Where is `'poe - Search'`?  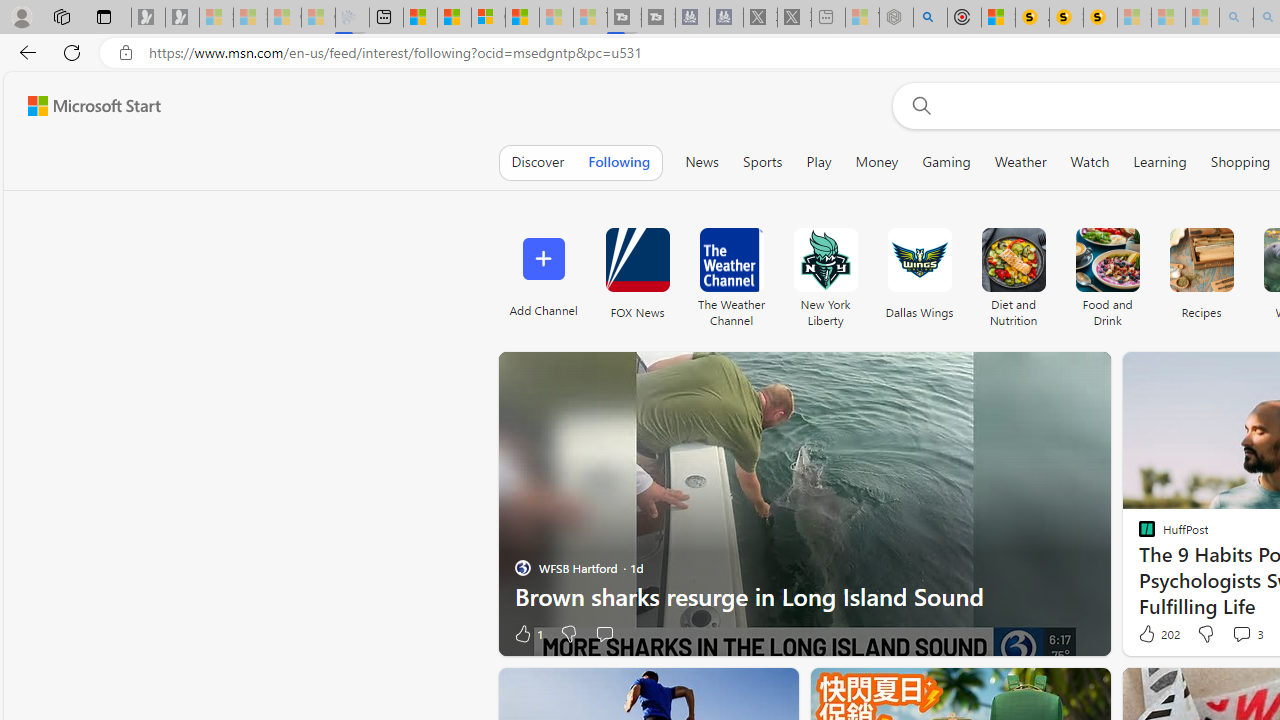 'poe - Search' is located at coordinates (929, 17).